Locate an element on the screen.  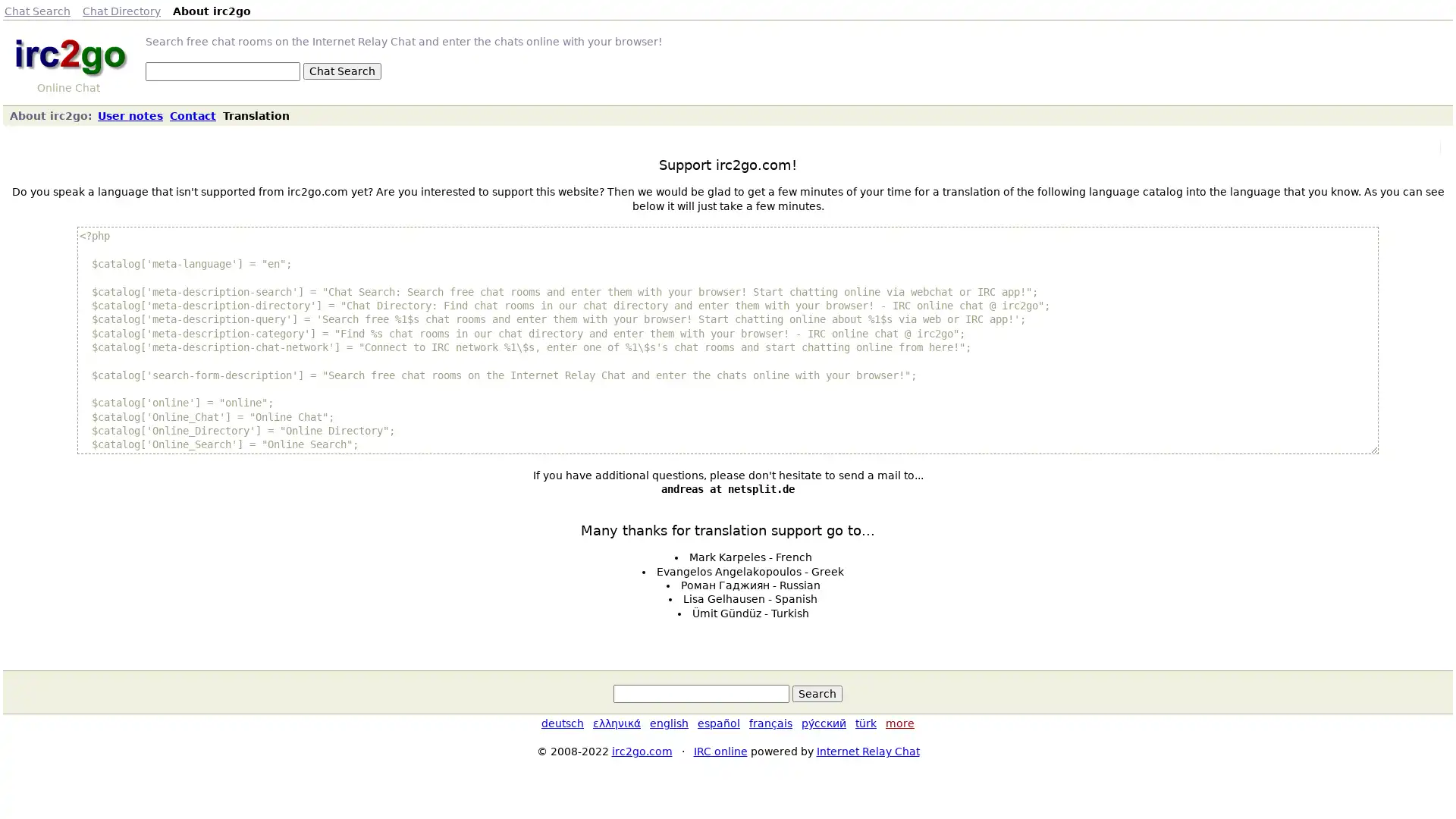
Chat Search is located at coordinates (341, 71).